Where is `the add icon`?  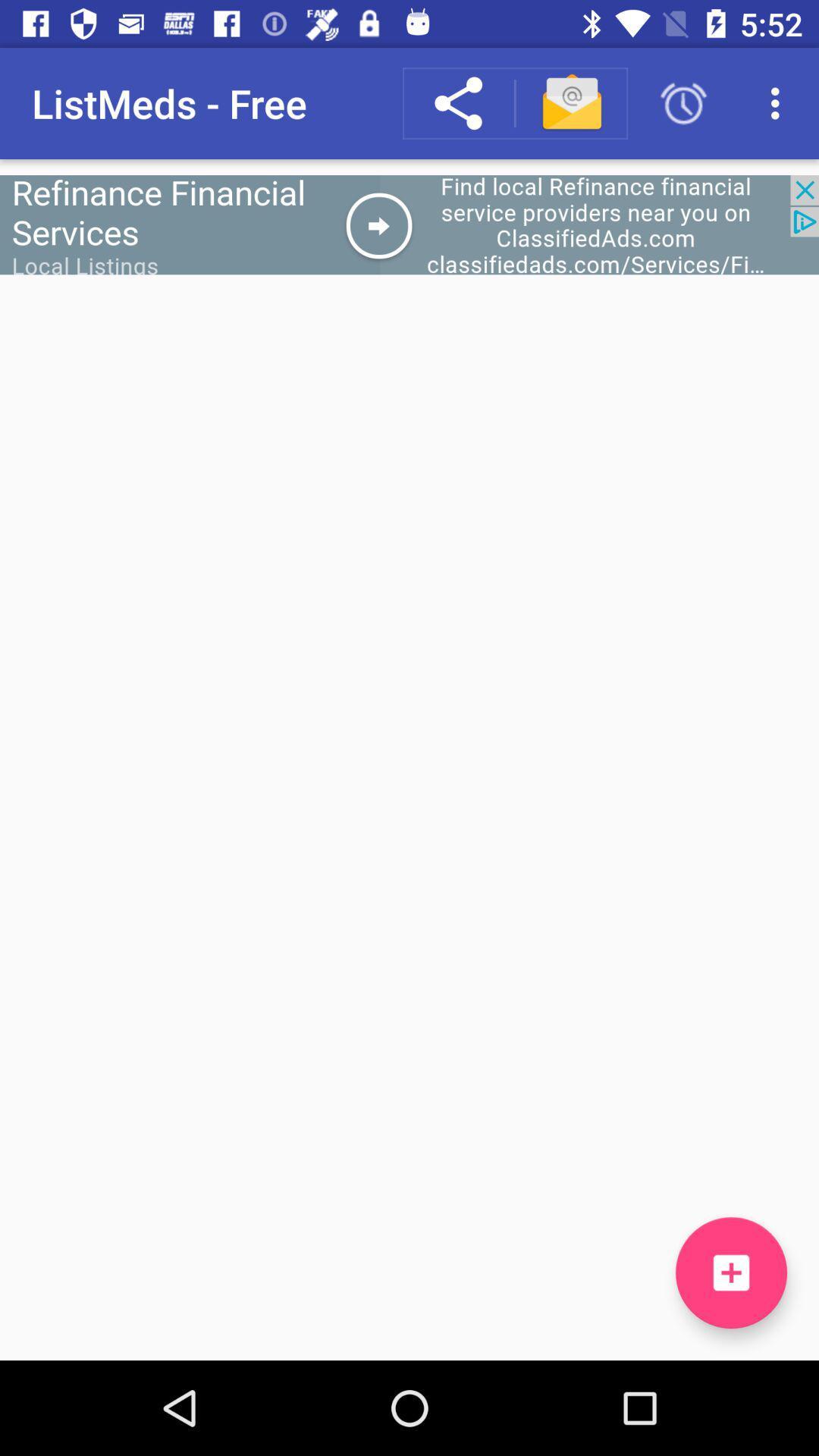
the add icon is located at coordinates (730, 1272).